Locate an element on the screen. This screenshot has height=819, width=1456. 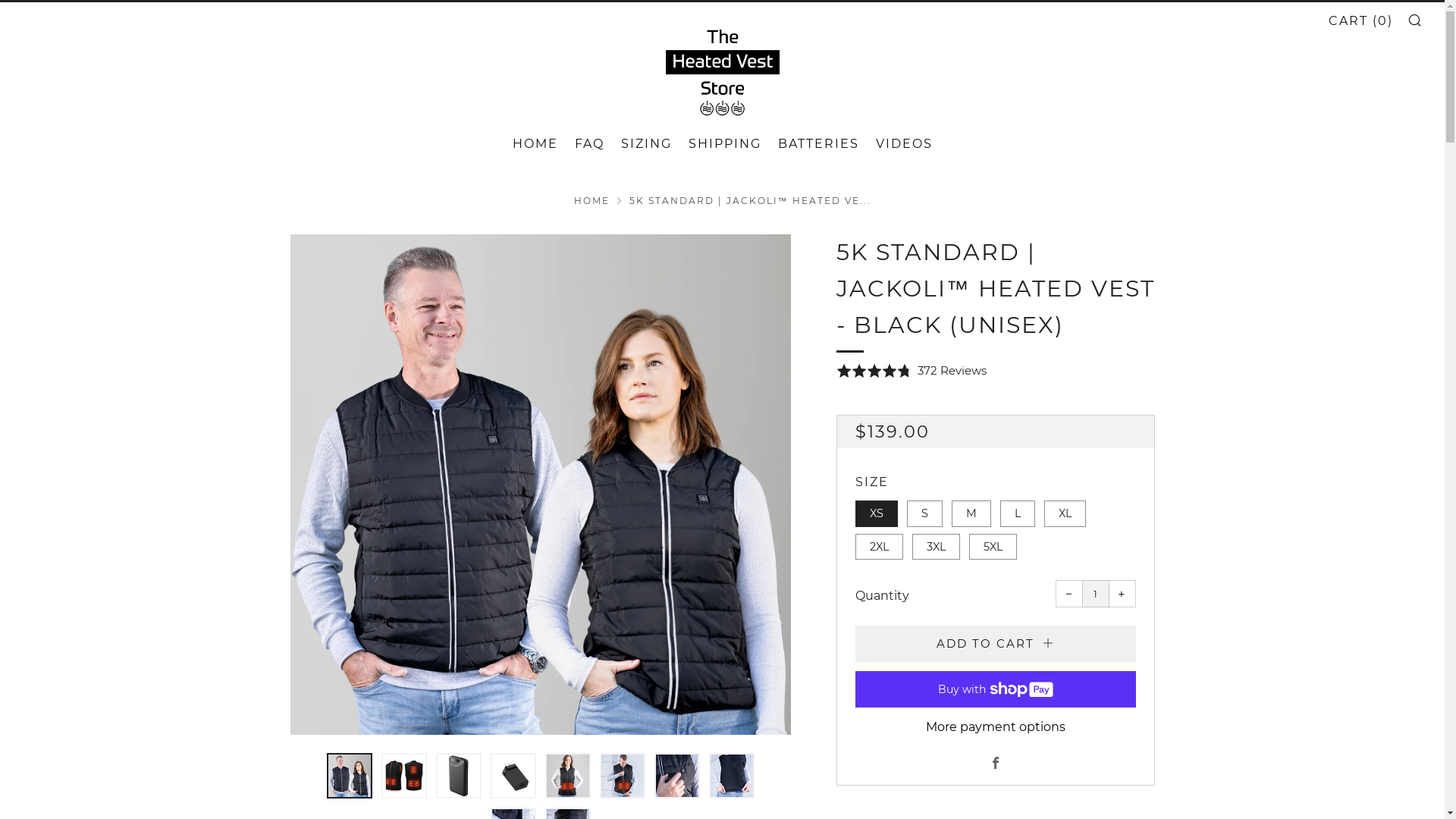
'CART (0)' is located at coordinates (1360, 20).